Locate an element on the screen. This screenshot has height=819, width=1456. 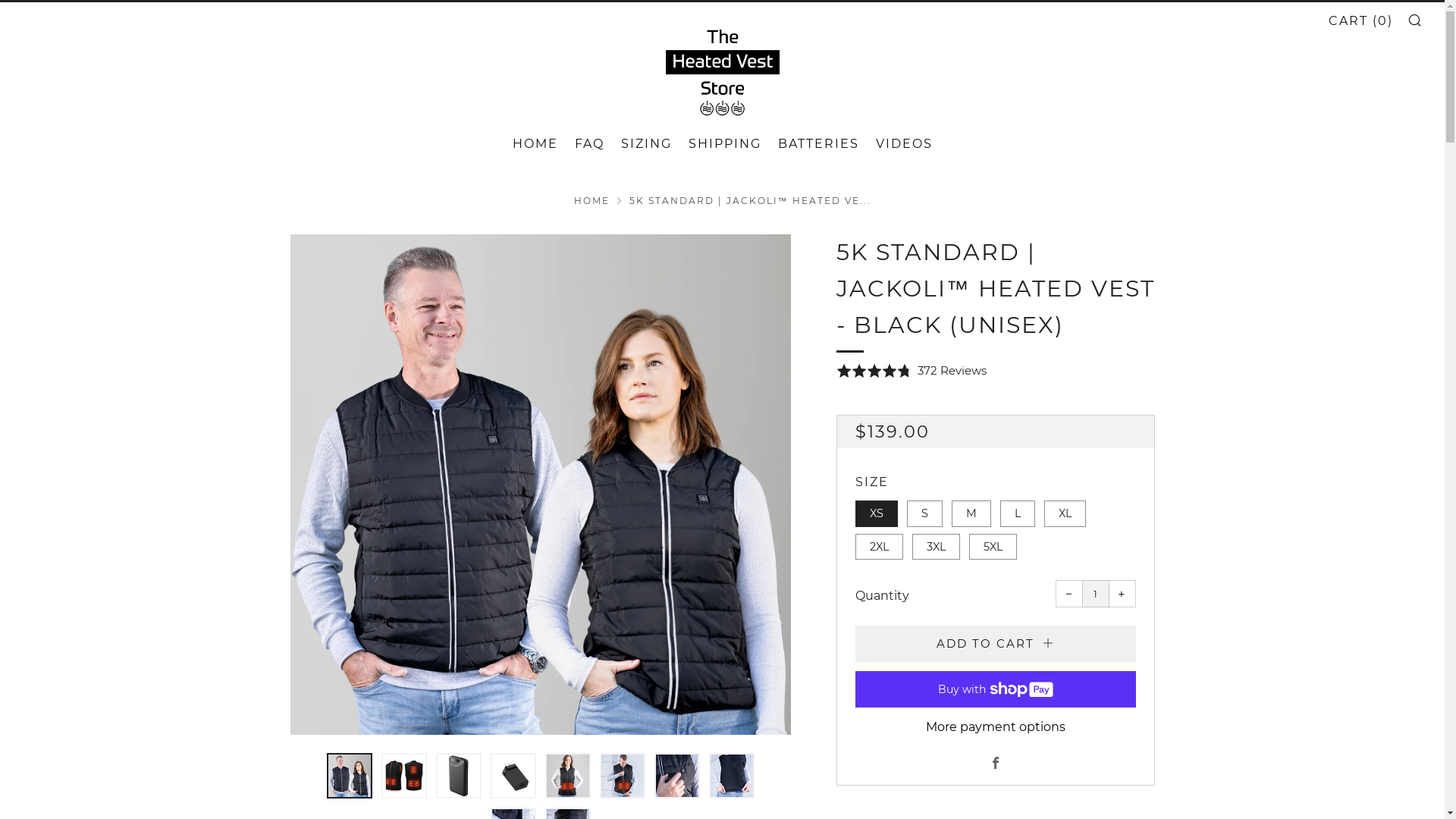
'CART (0)' is located at coordinates (1360, 20).